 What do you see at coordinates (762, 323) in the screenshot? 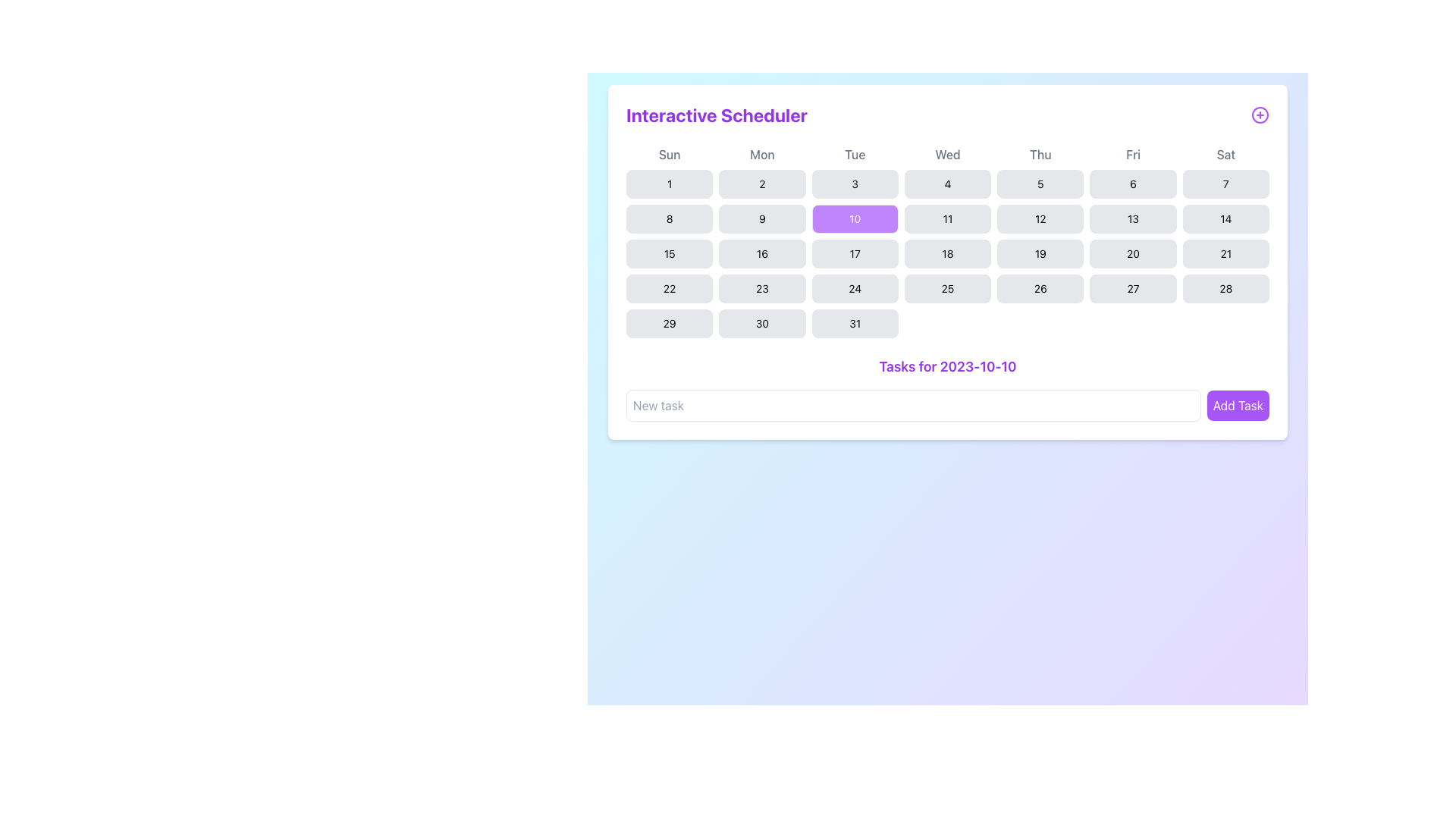
I see `the calendar button representing the date '30'` at bounding box center [762, 323].